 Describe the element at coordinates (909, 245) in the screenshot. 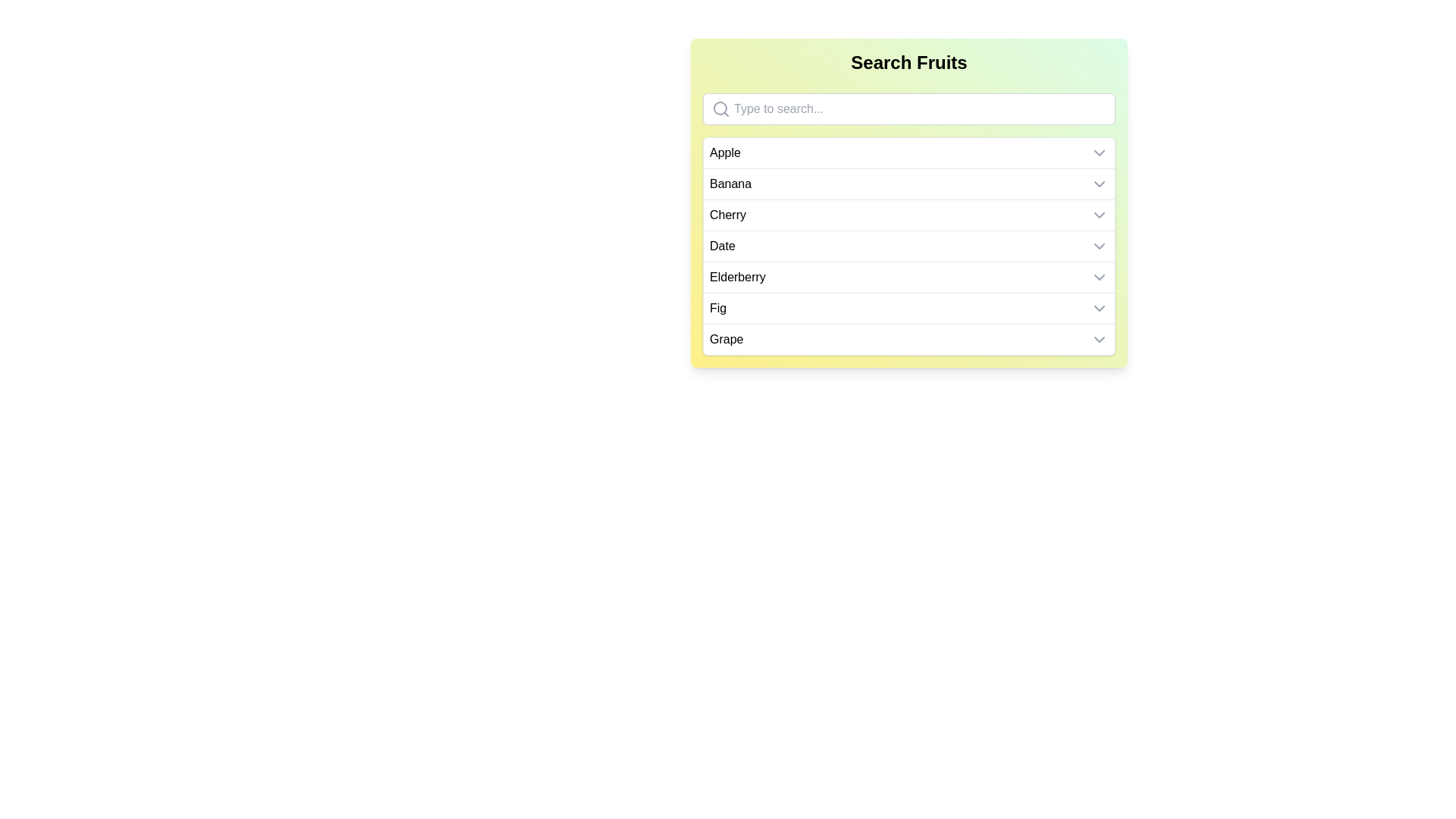

I see `the fourth item in the dropdown list representing the 'Date' choice` at that location.